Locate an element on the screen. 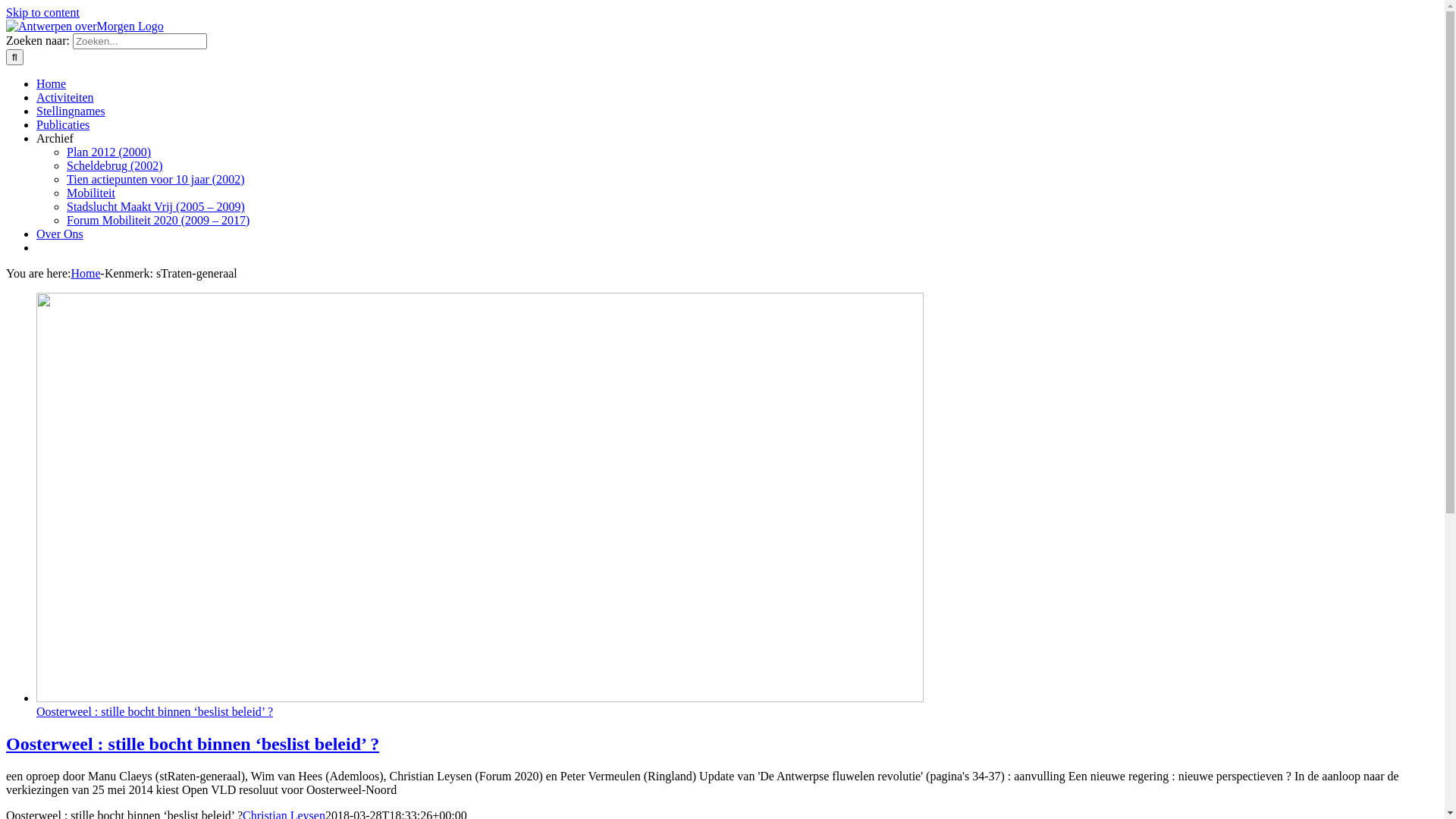  'Mobiliteit' is located at coordinates (65, 192).